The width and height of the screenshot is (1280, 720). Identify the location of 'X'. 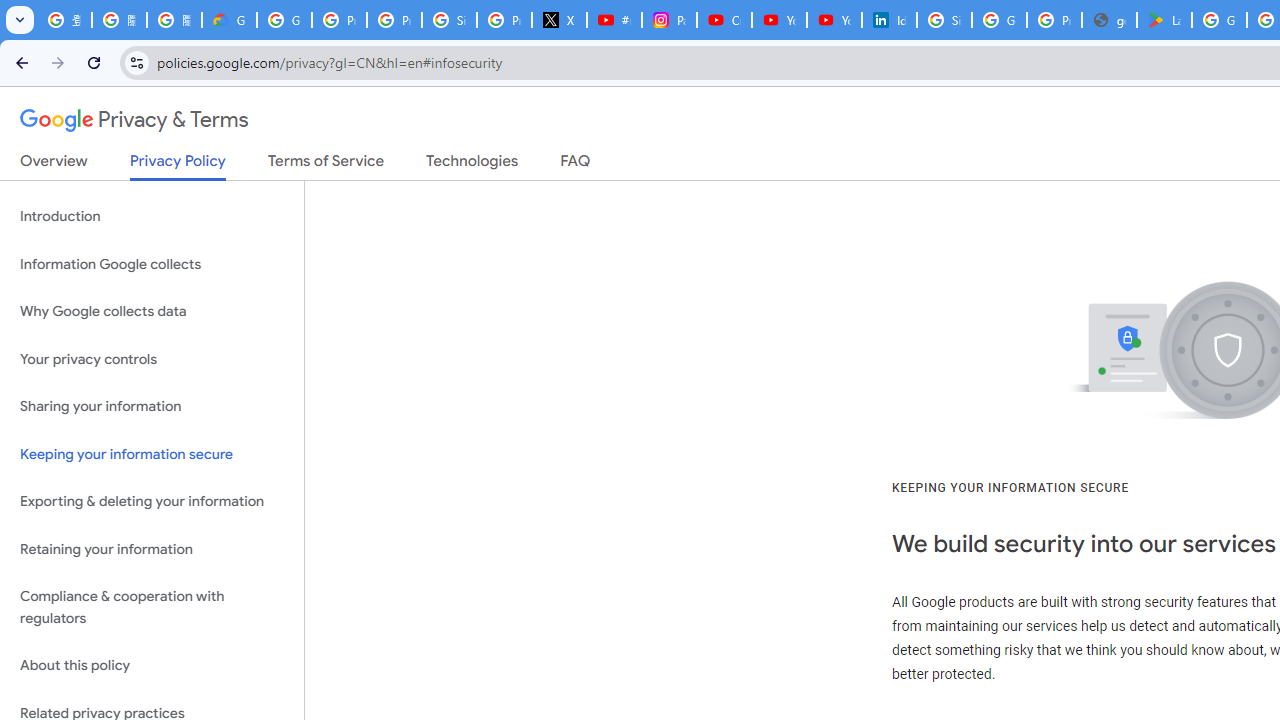
(560, 20).